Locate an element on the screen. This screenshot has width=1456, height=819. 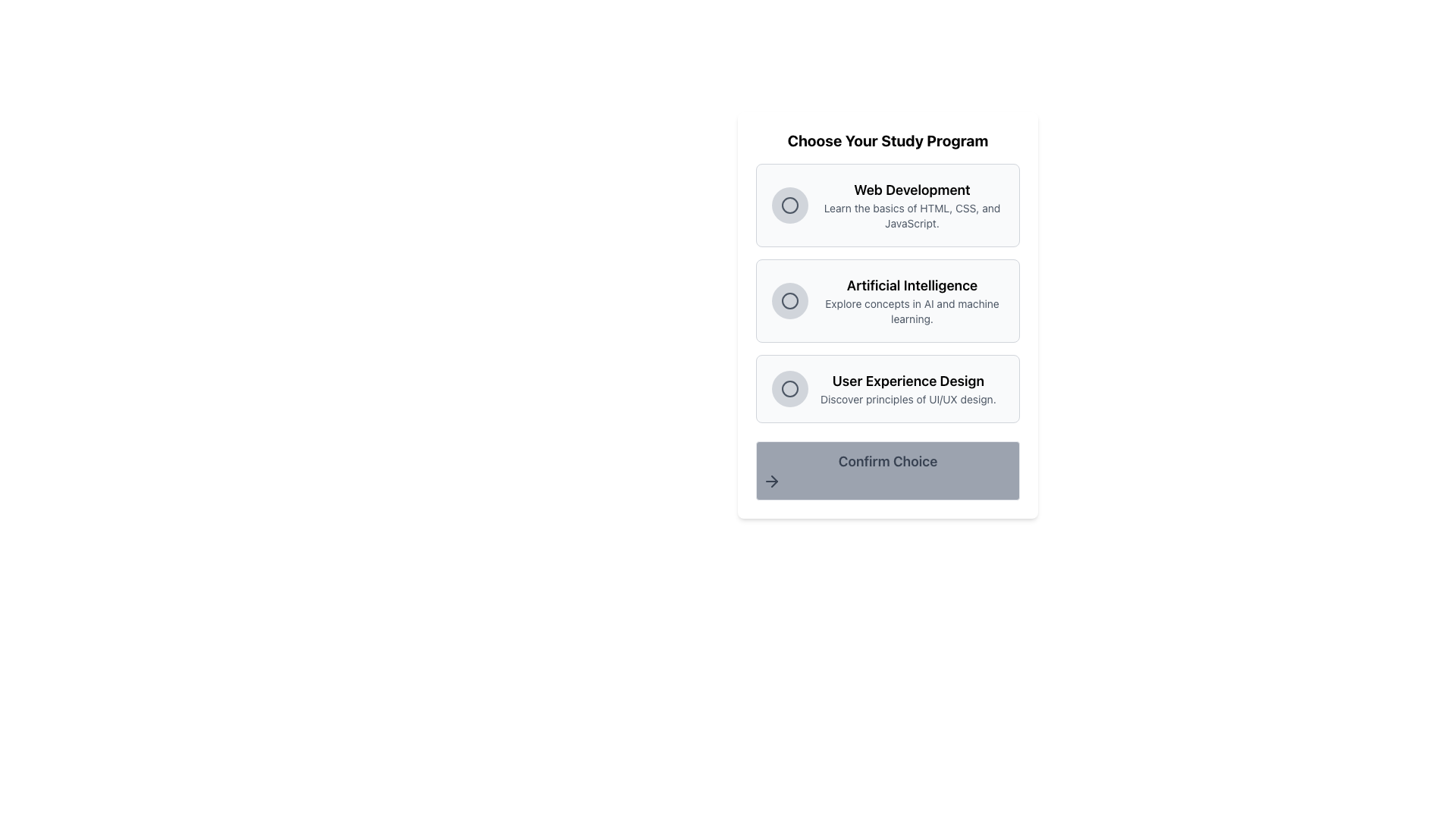
the text element that provides a short description of the 'Web Development' program, located directly below the title in the same card section is located at coordinates (912, 216).